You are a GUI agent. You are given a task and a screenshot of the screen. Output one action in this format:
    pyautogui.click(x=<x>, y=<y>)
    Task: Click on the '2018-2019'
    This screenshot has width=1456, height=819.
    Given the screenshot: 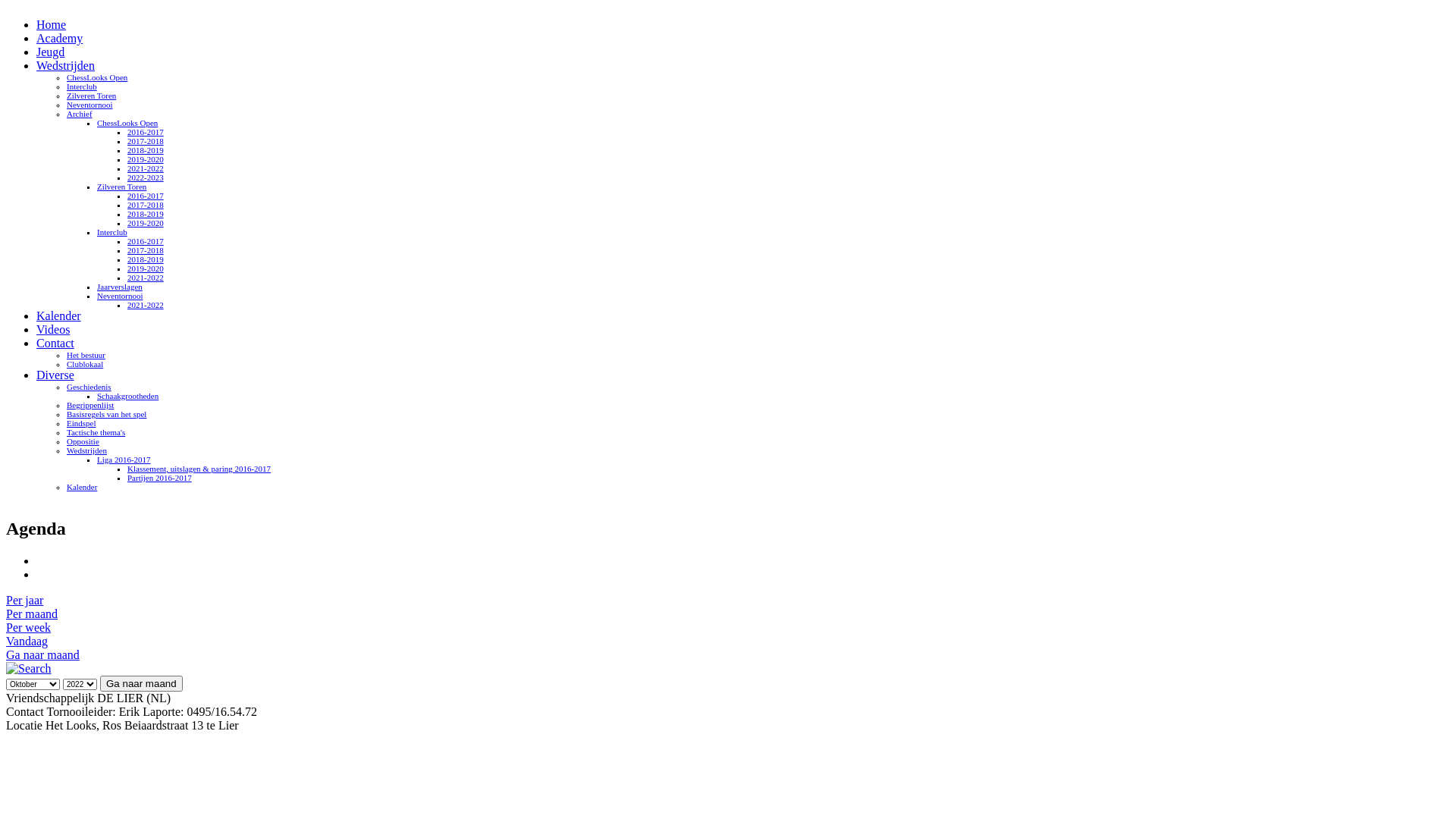 What is the action you would take?
    pyautogui.click(x=146, y=259)
    